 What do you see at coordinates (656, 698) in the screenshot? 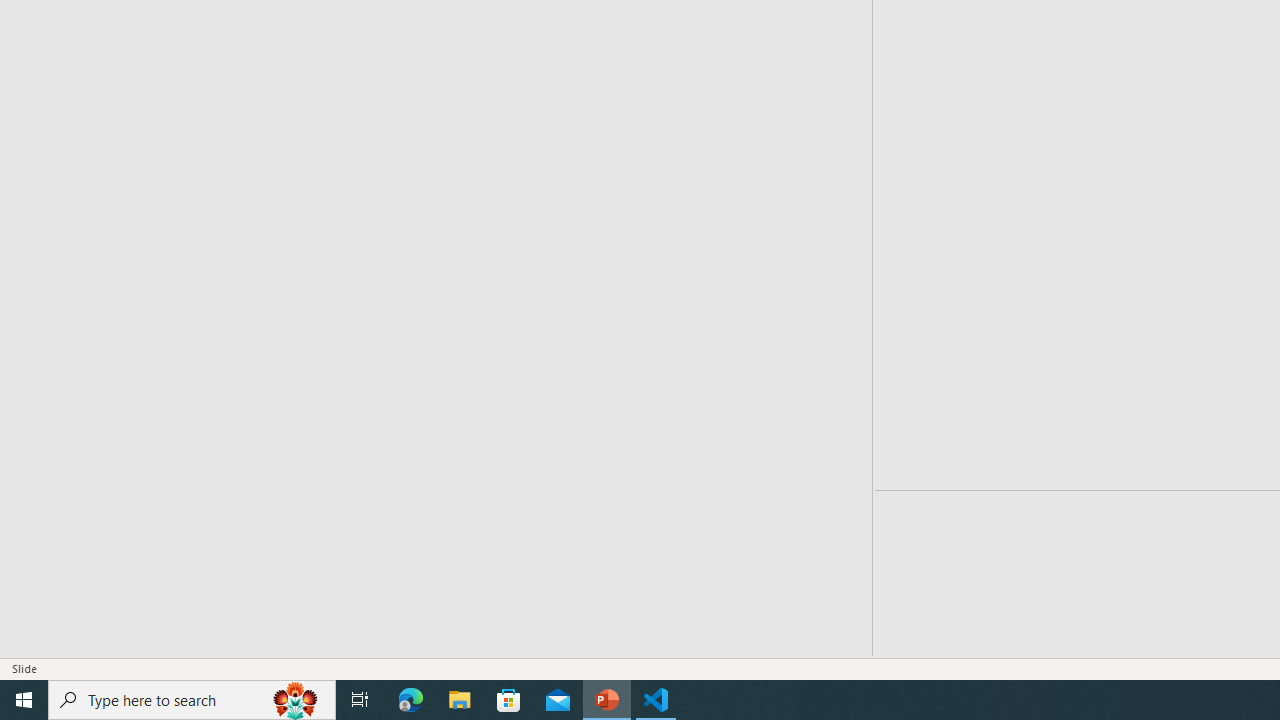
I see `'Visual Studio Code - 1 running window'` at bounding box center [656, 698].